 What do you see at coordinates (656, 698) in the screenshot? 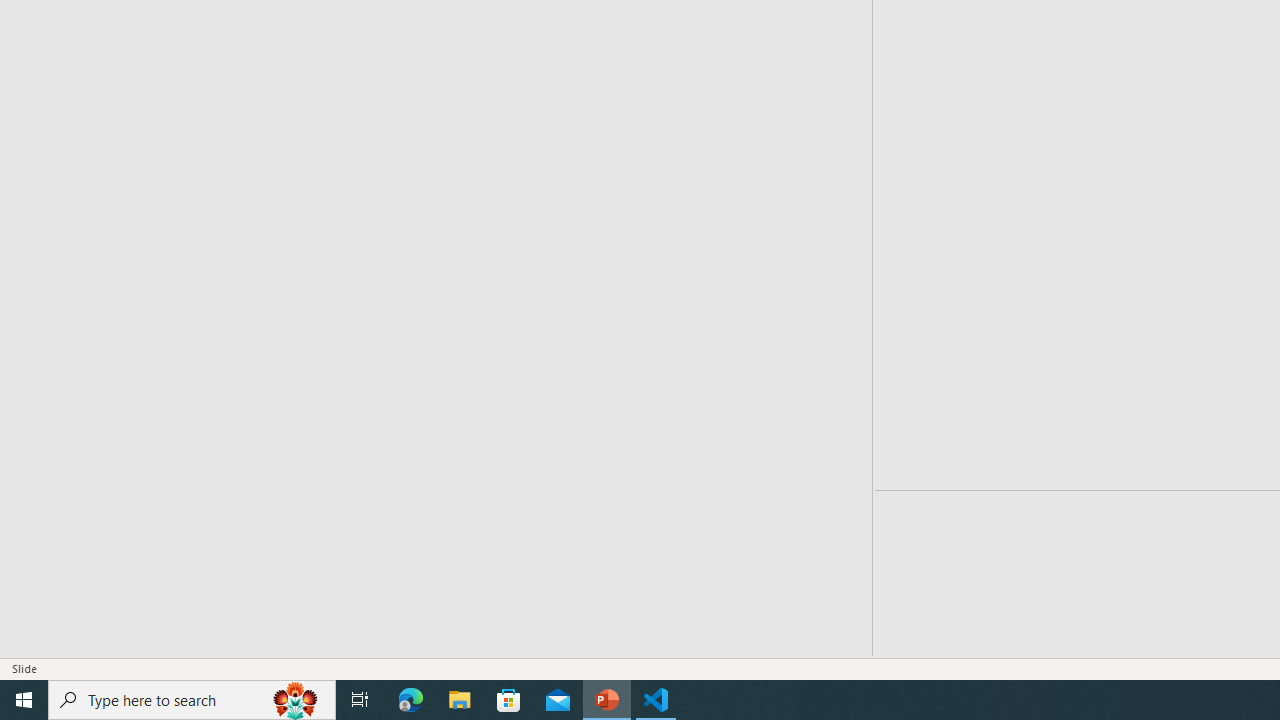
I see `'Visual Studio Code - 1 running window'` at bounding box center [656, 698].